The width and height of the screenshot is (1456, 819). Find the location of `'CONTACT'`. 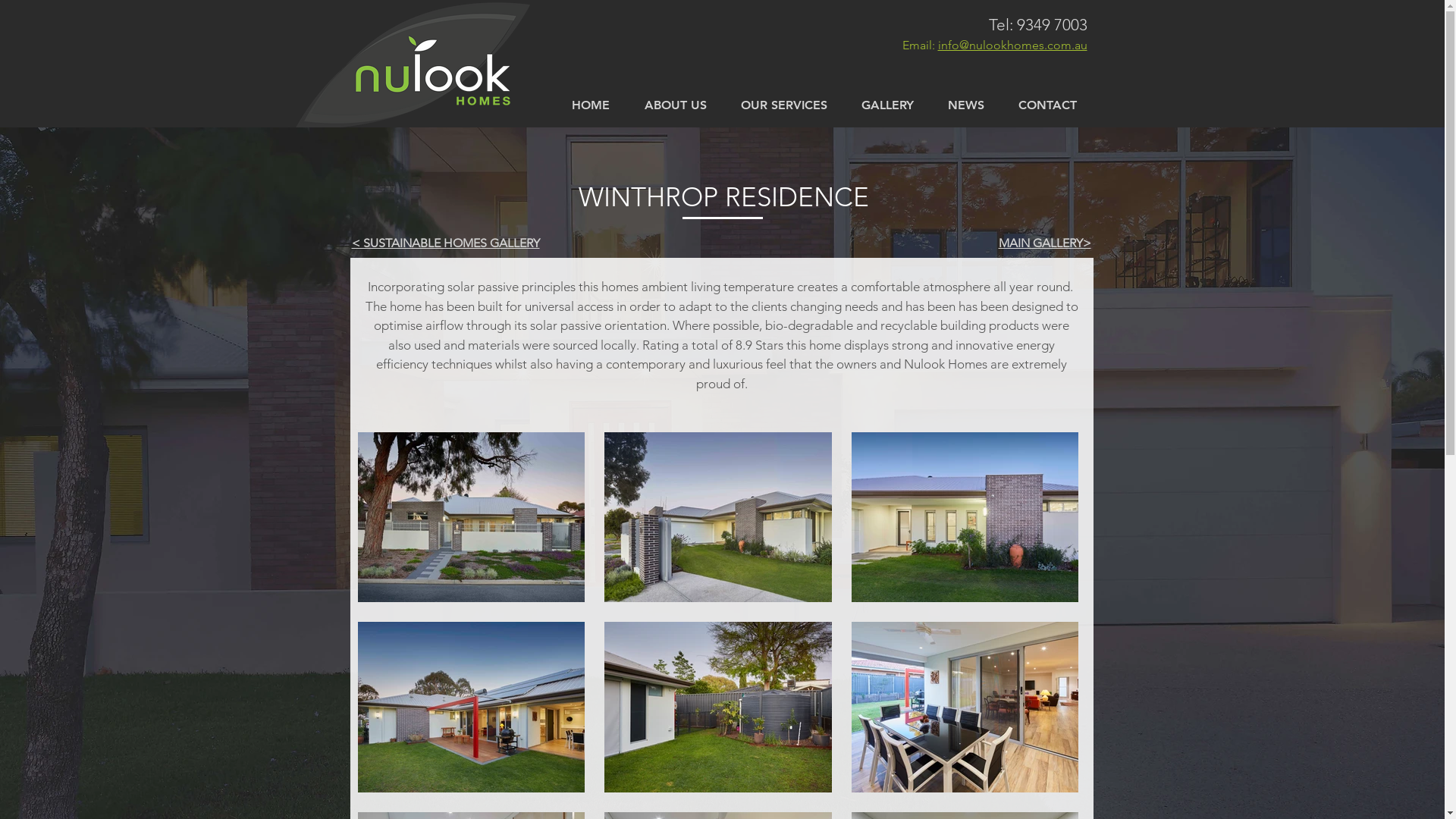

'CONTACT' is located at coordinates (1046, 104).